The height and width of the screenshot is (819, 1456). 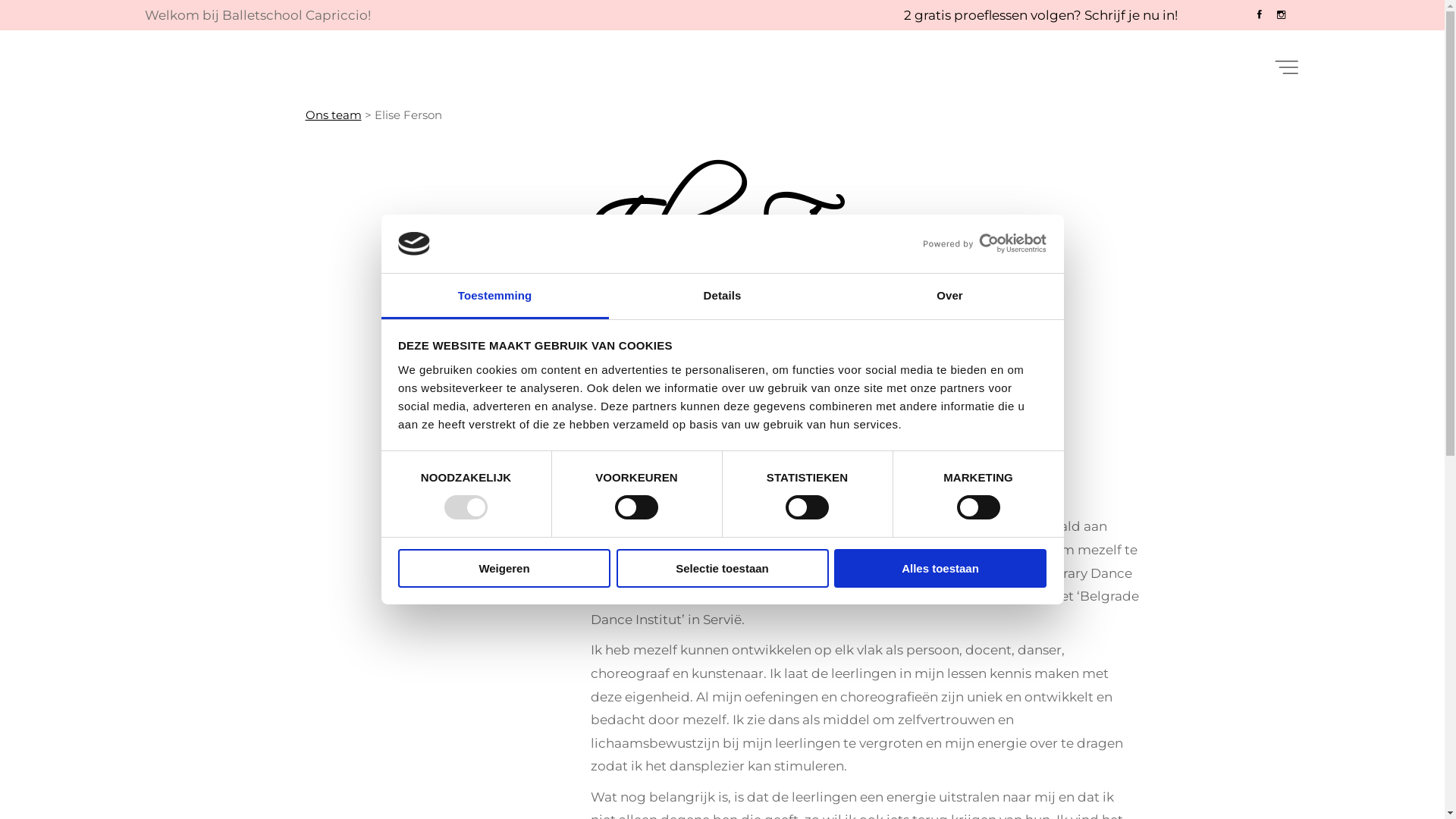 I want to click on 'Alles toestaan', so click(x=939, y=568).